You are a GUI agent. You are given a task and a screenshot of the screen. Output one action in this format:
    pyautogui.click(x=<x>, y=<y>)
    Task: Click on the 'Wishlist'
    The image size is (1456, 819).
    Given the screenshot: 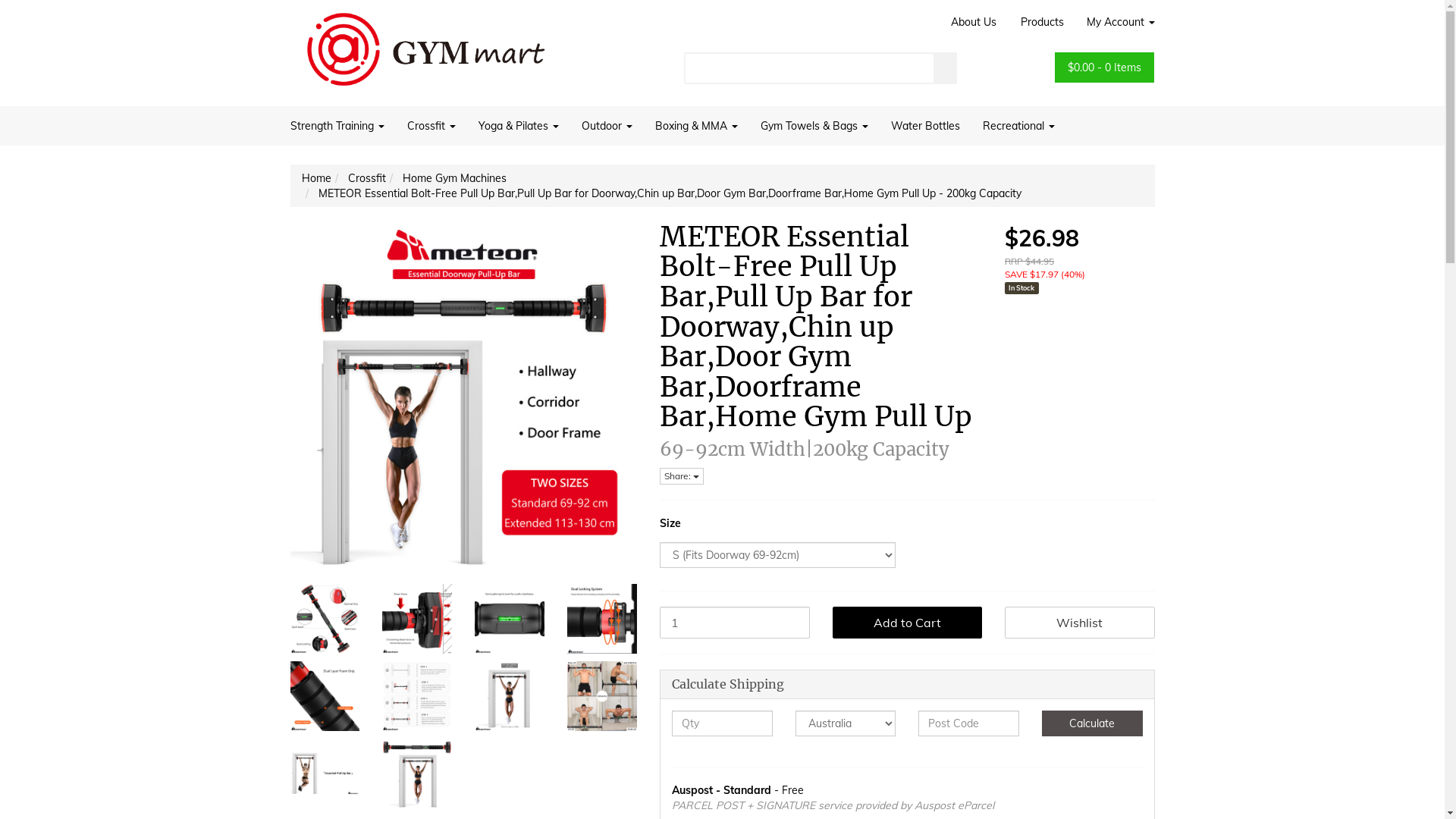 What is the action you would take?
    pyautogui.click(x=1079, y=623)
    